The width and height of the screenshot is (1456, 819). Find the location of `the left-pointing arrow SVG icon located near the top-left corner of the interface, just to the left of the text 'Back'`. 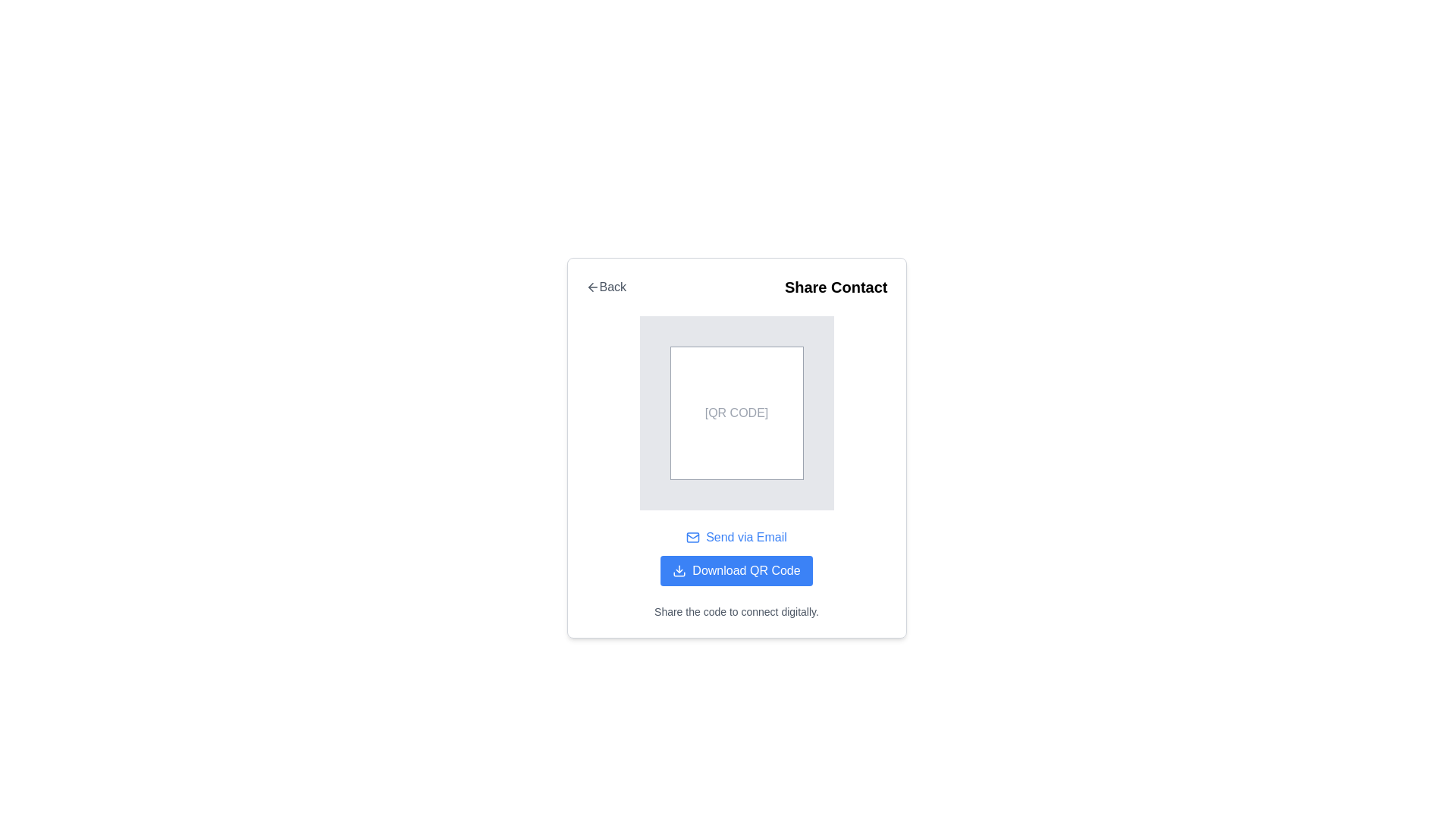

the left-pointing arrow SVG icon located near the top-left corner of the interface, just to the left of the text 'Back' is located at coordinates (591, 287).